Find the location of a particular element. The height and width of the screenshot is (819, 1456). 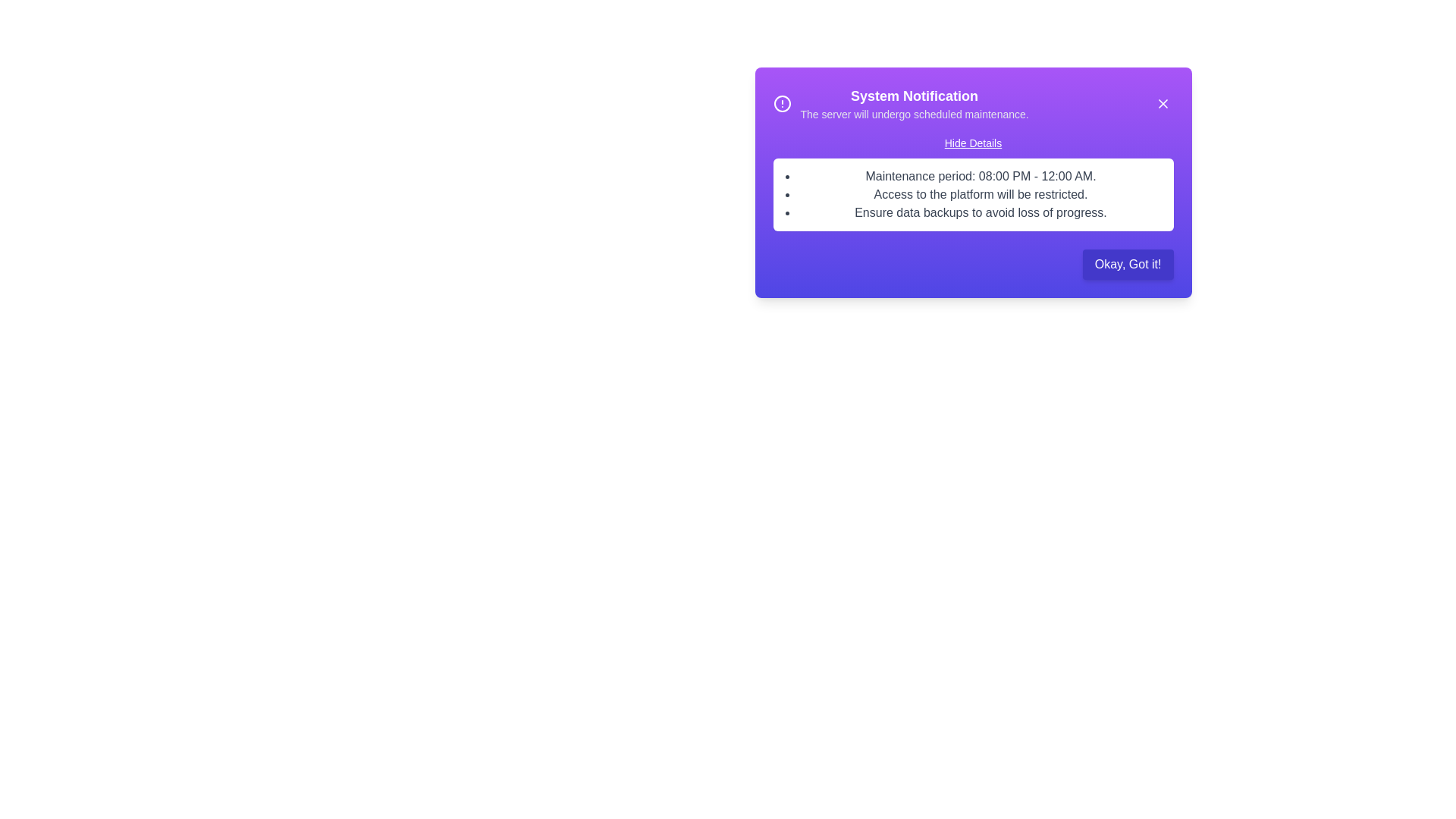

the 'X' button to dismiss the alert is located at coordinates (1162, 103).